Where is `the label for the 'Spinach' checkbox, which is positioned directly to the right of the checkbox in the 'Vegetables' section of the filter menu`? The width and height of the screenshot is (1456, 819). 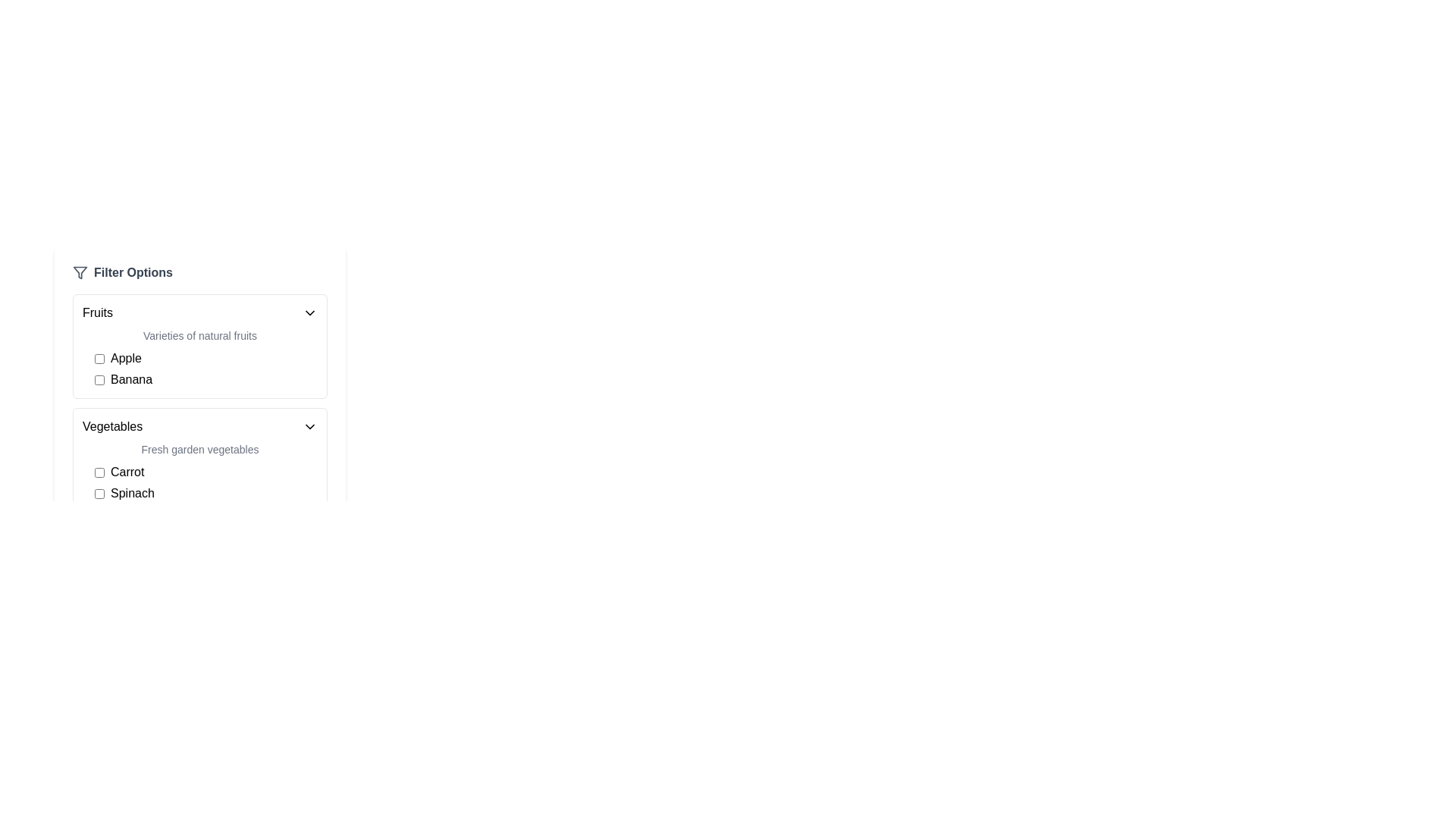
the label for the 'Spinach' checkbox, which is positioned directly to the right of the checkbox in the 'Vegetables' section of the filter menu is located at coordinates (132, 494).